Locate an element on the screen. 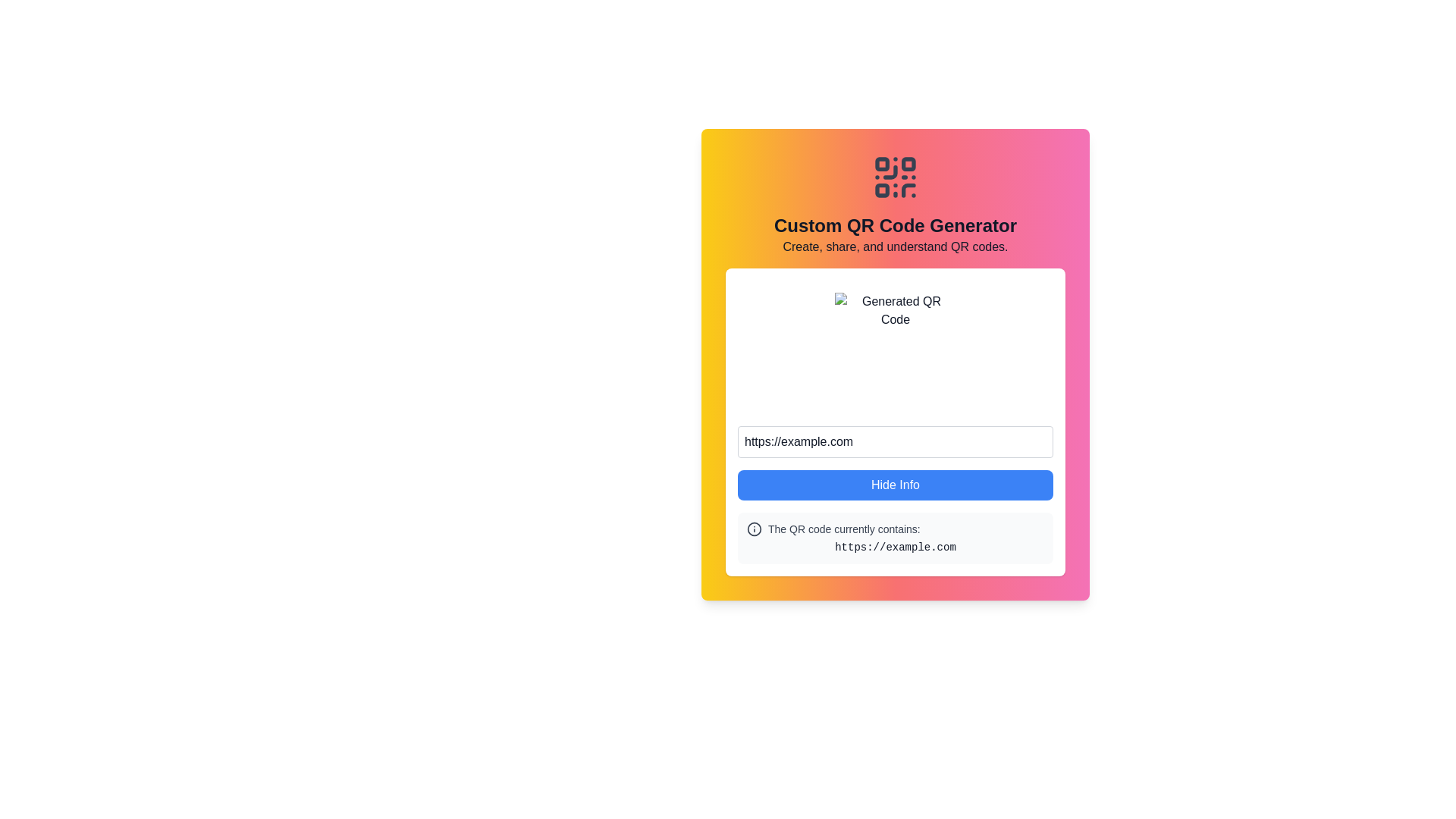 The image size is (1456, 819). the decorative circle within the SVG icon, which is a circular shape with a visible border and no fill, located towards the bottom left of the interface is located at coordinates (754, 529).